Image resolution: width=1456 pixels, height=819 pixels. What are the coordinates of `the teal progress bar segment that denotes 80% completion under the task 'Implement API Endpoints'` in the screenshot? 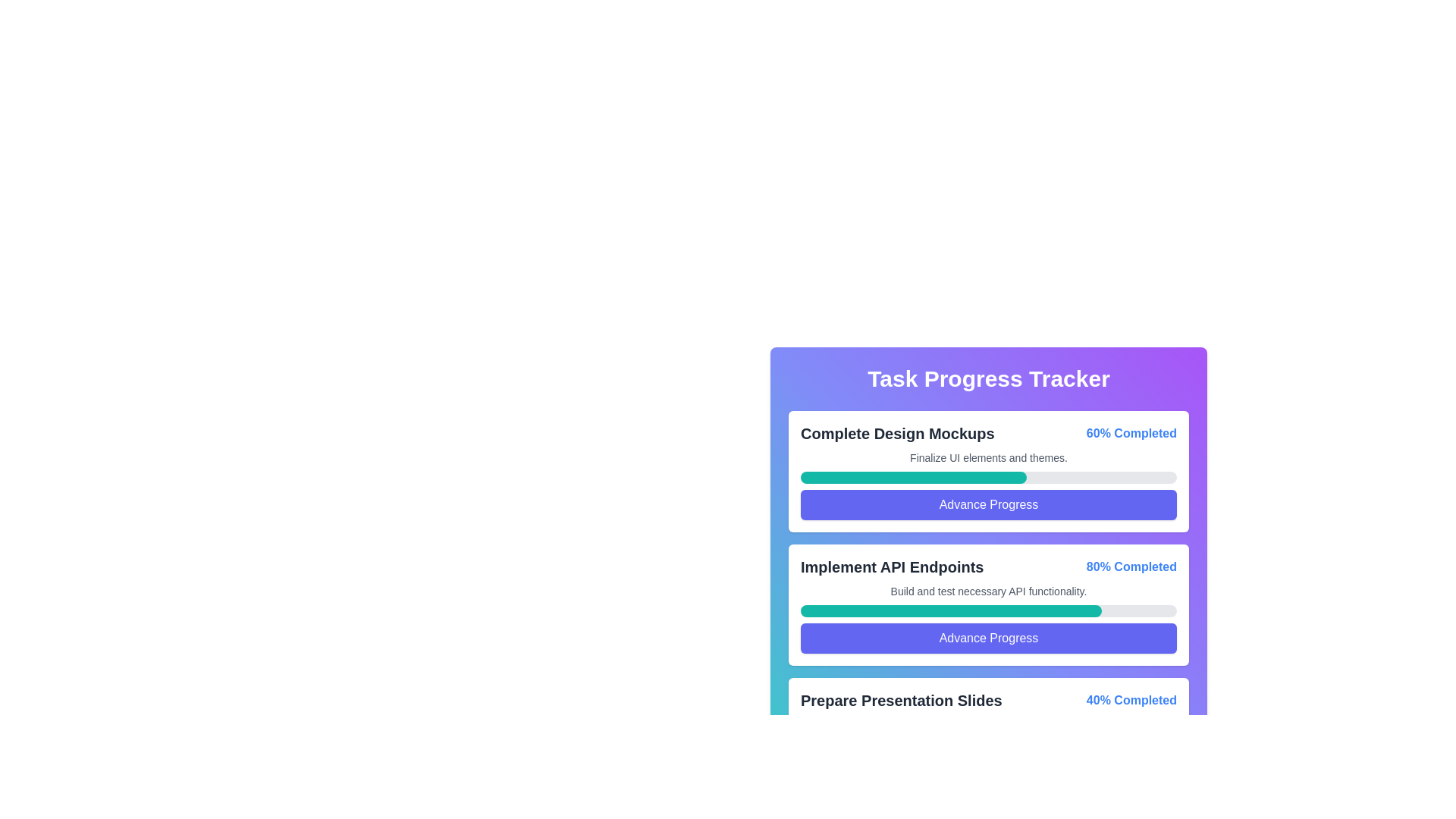 It's located at (950, 610).